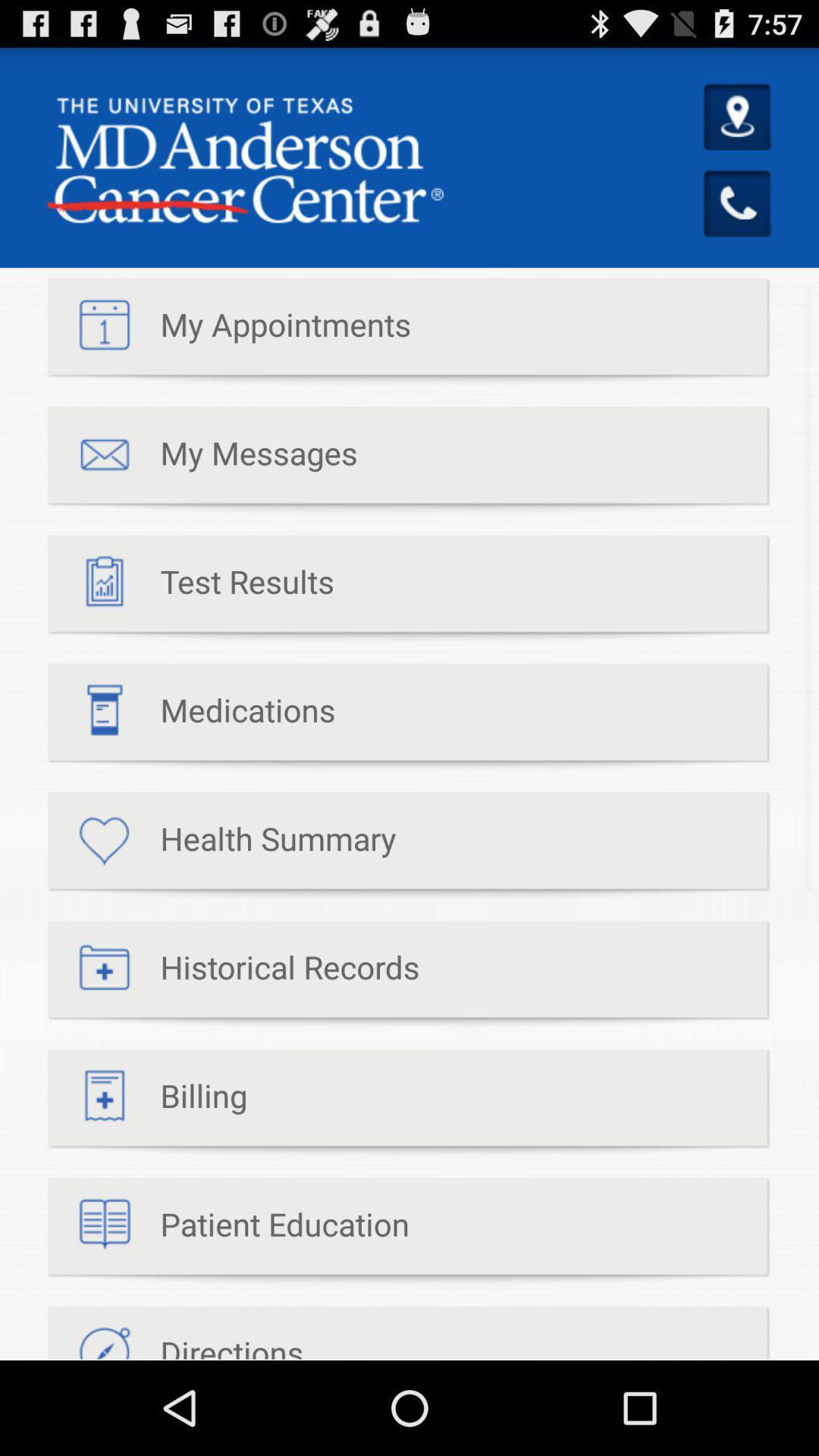 Image resolution: width=819 pixels, height=1456 pixels. I want to click on the item below the my appointments, so click(202, 460).